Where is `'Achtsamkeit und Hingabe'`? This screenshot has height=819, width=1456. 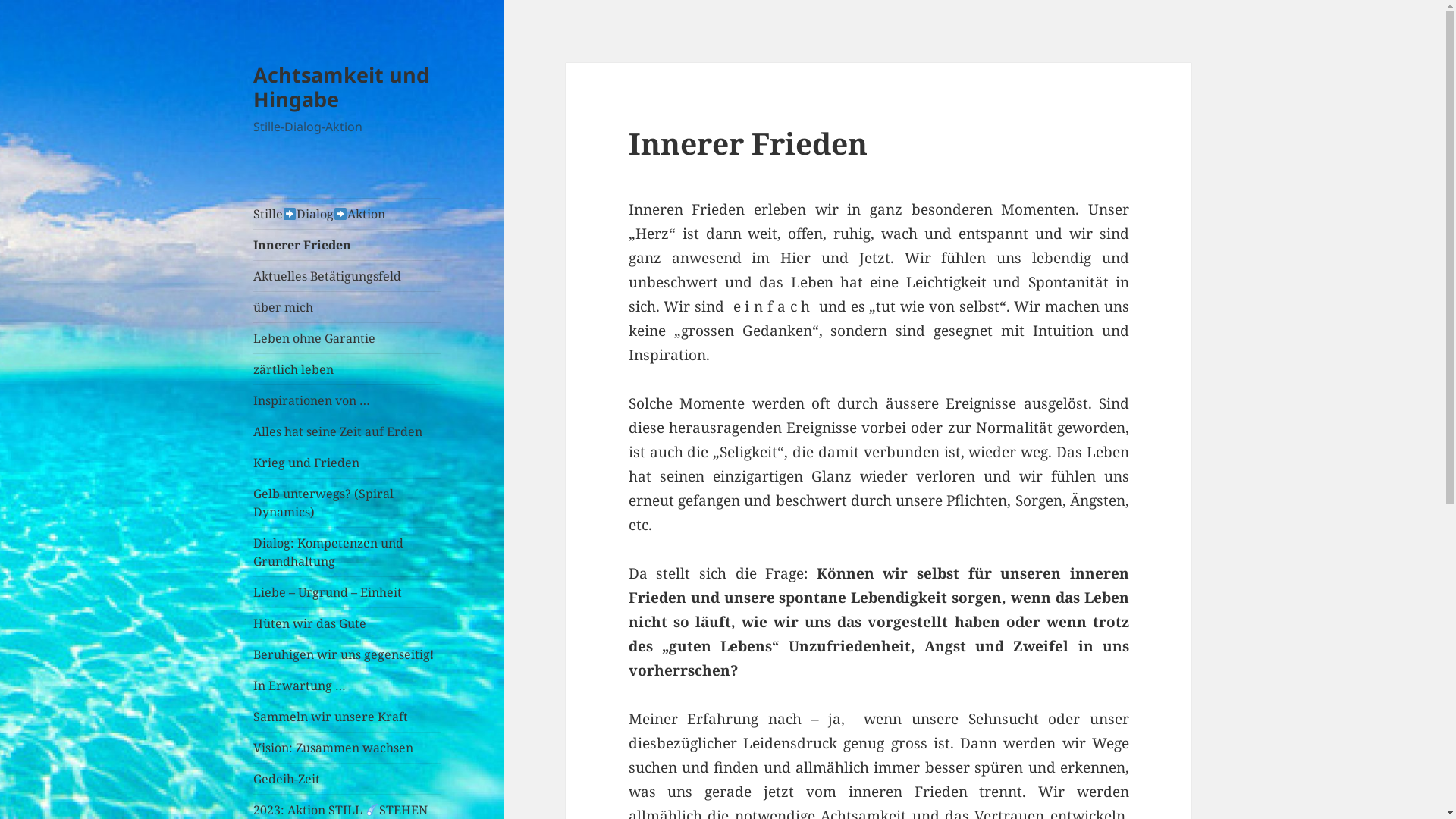 'Achtsamkeit und Hingabe' is located at coordinates (253, 86).